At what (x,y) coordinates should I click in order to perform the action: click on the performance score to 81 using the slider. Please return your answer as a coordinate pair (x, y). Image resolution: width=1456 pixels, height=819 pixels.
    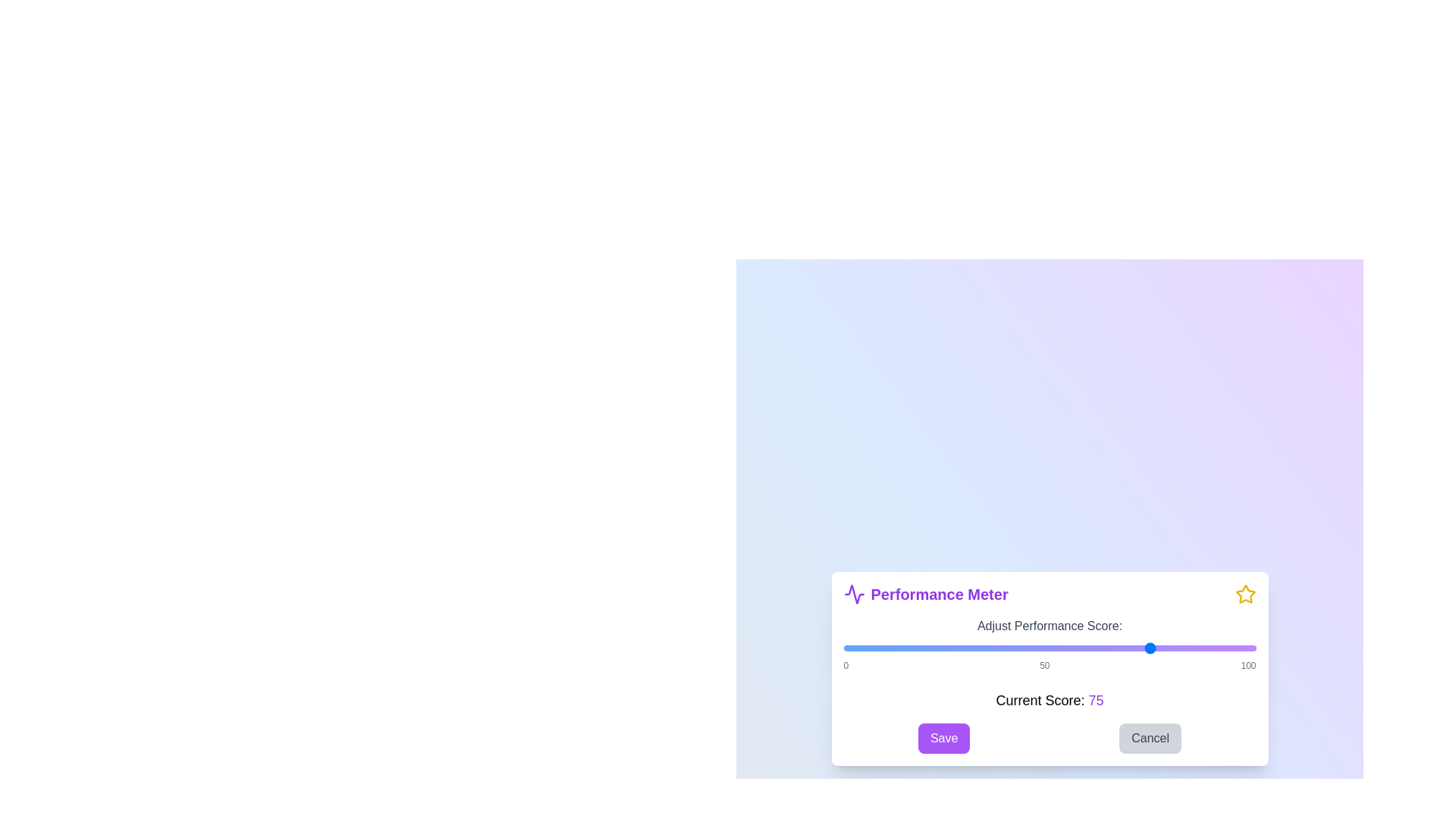
    Looking at the image, I should click on (1177, 648).